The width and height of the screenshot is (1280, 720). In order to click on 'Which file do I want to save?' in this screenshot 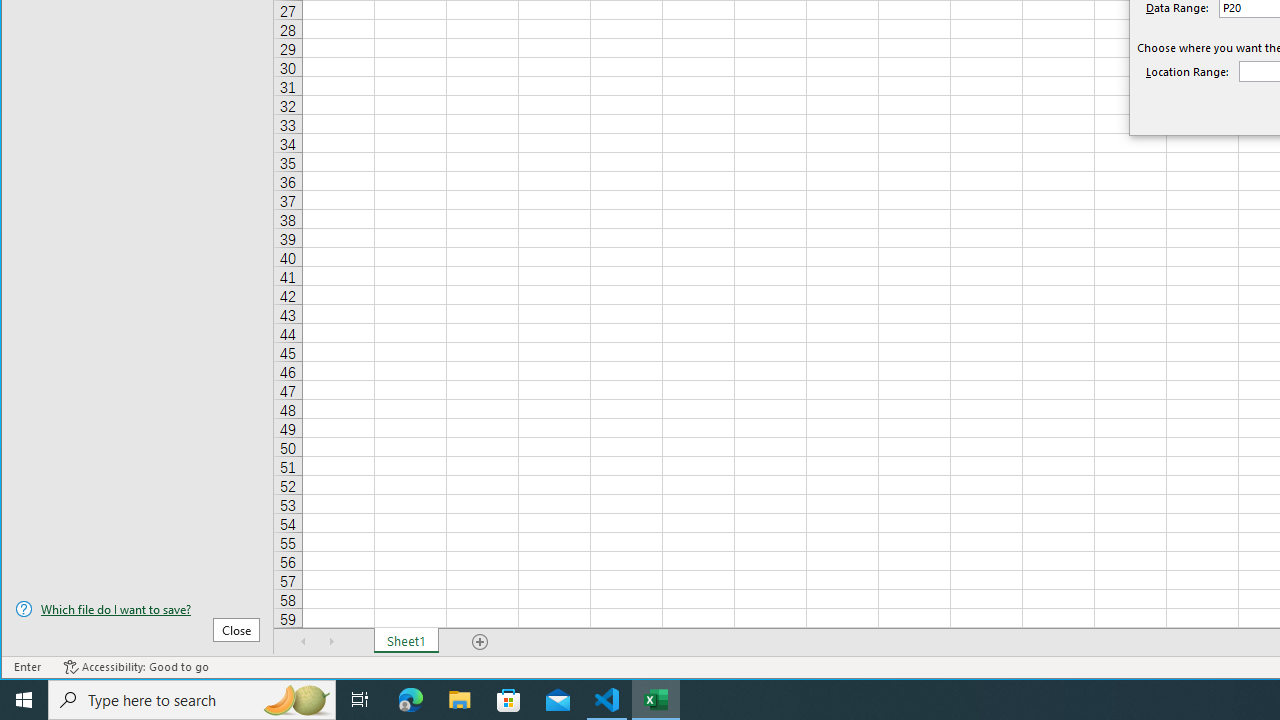, I will do `click(136, 608)`.